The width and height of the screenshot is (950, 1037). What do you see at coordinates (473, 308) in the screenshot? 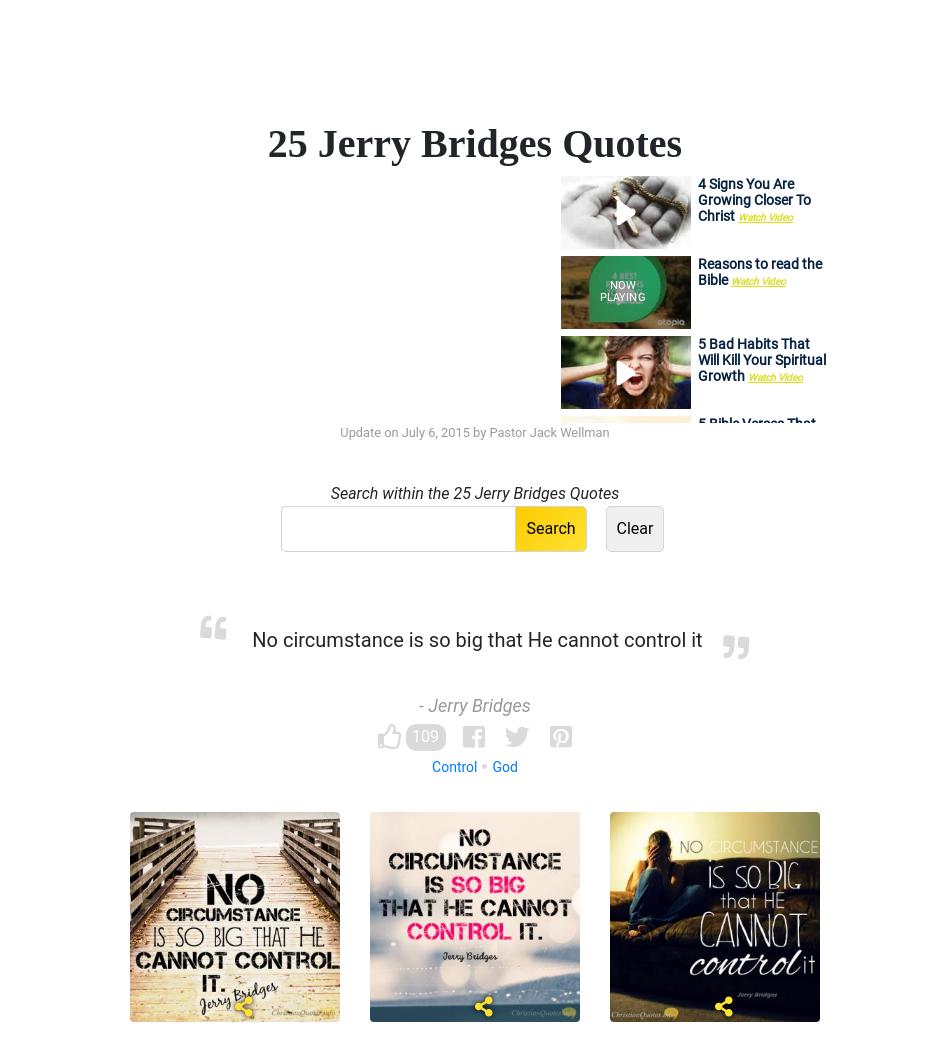
I see `'Contentment'` at bounding box center [473, 308].